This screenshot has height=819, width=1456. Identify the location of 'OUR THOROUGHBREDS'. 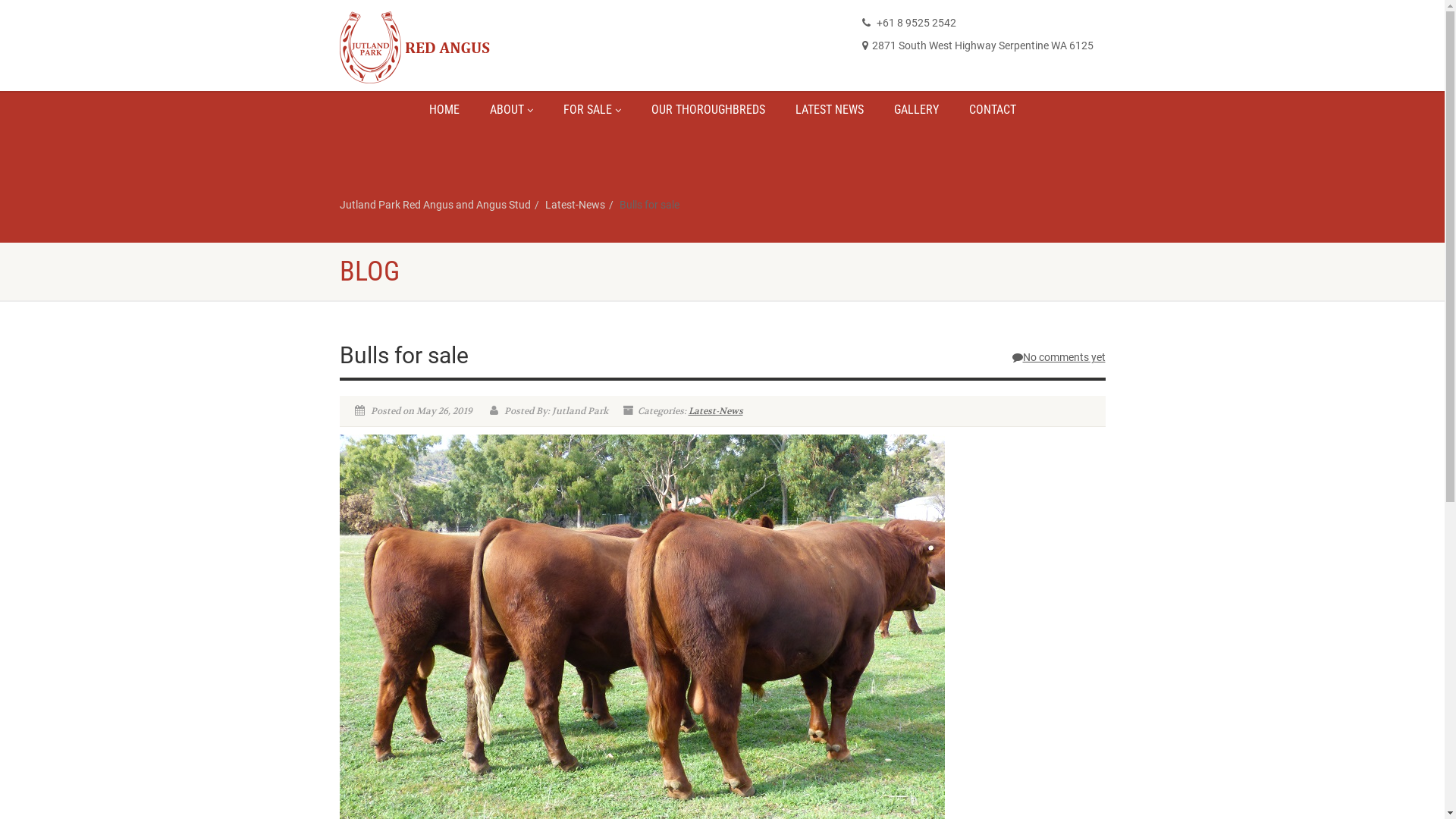
(706, 109).